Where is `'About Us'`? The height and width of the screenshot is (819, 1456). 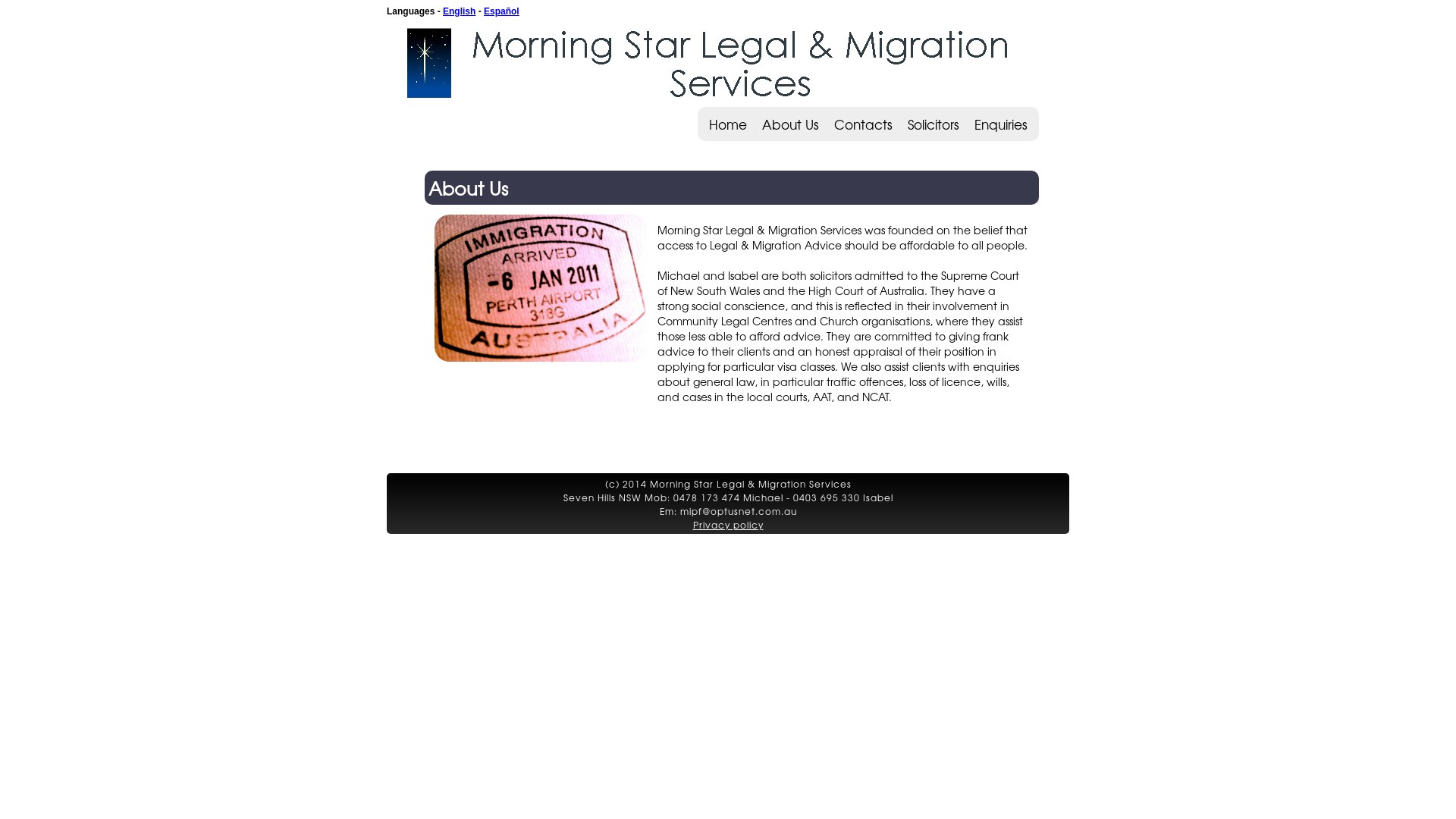
'About Us' is located at coordinates (789, 123).